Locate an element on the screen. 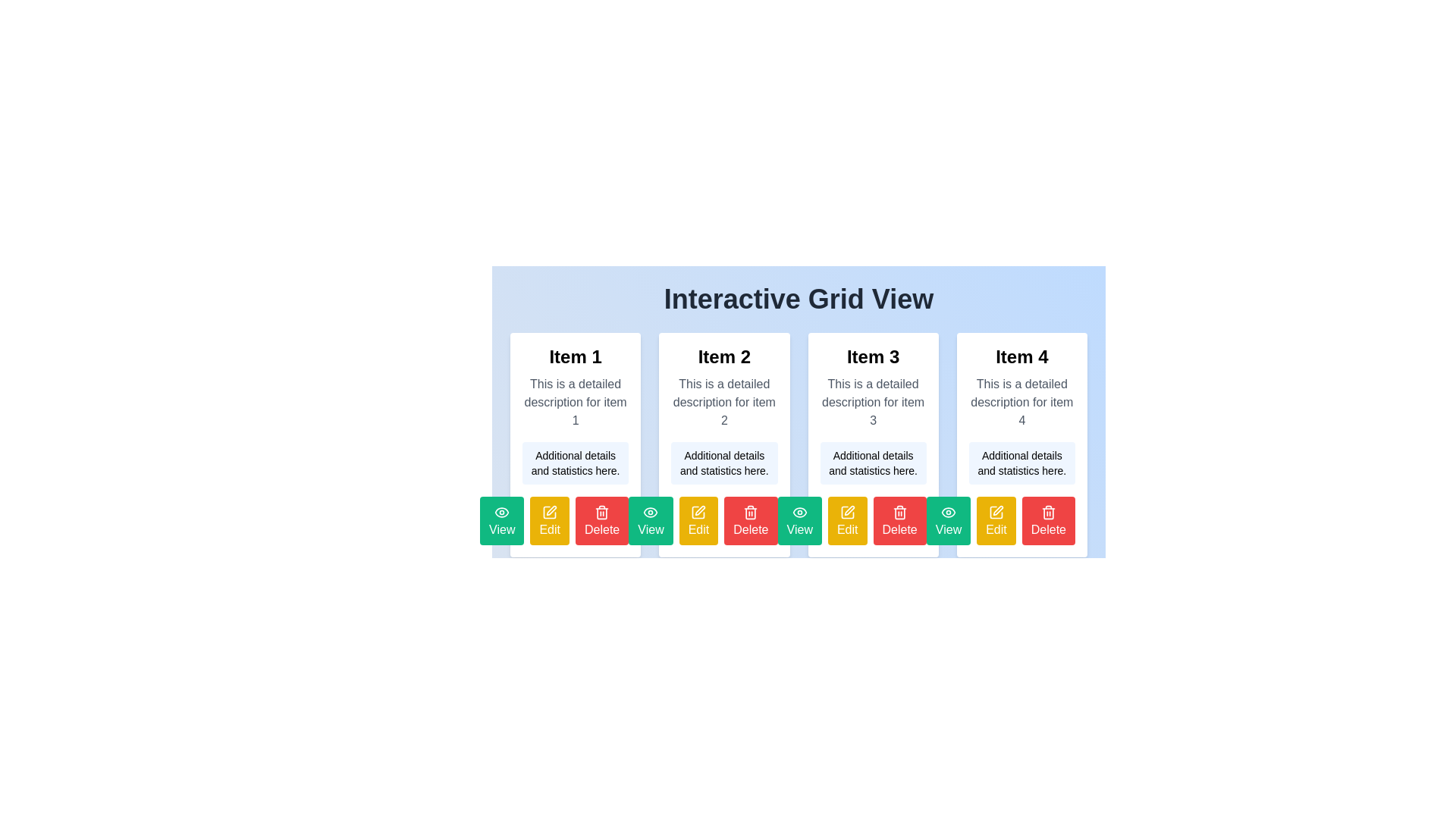 The width and height of the screenshot is (1456, 819). the trash icon within the 'Delete' button located at the lower center region of the 'Item 2' card is located at coordinates (601, 512).